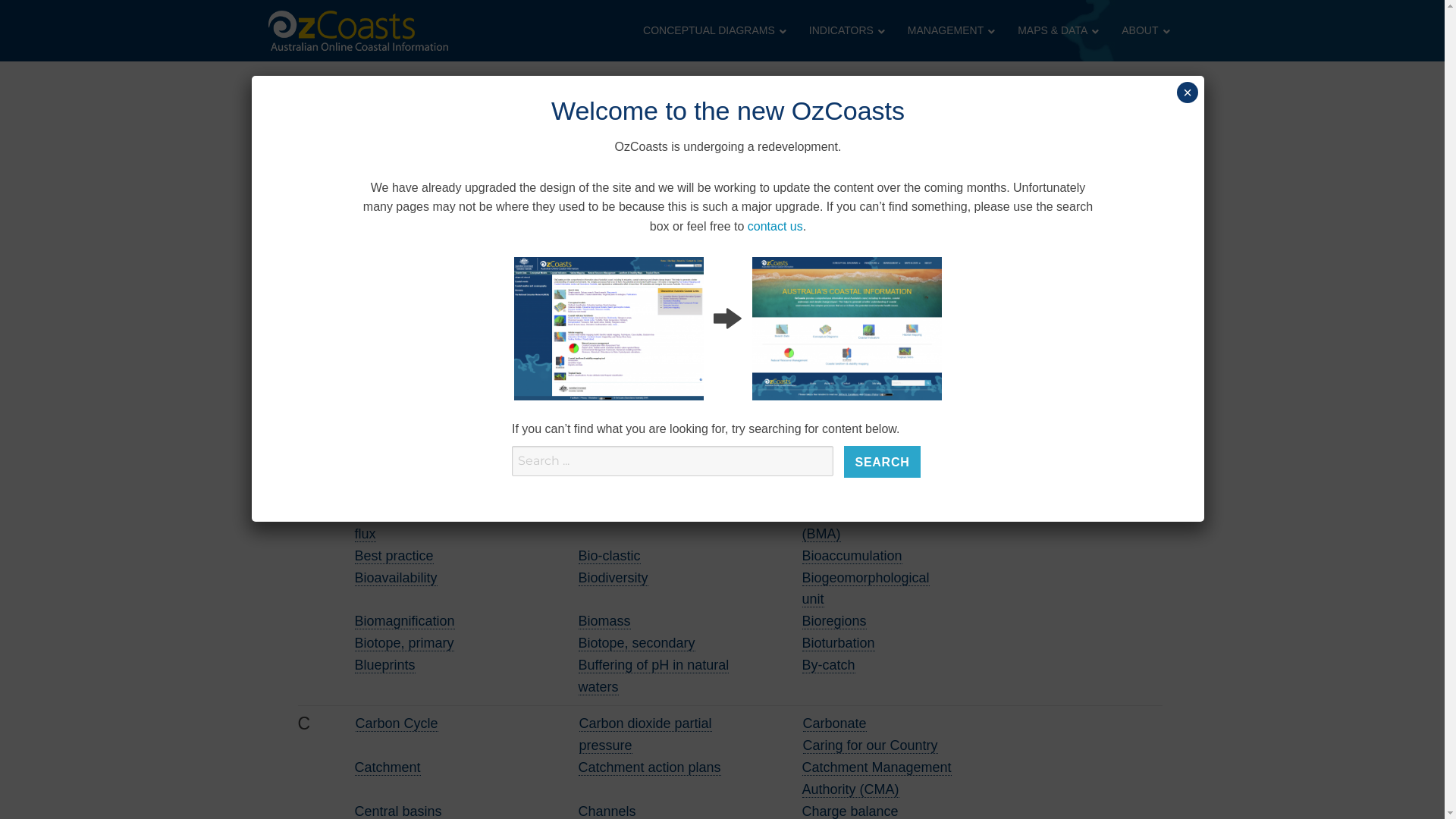 The width and height of the screenshot is (1456, 819). What do you see at coordinates (837, 643) in the screenshot?
I see `'Bioturbation'` at bounding box center [837, 643].